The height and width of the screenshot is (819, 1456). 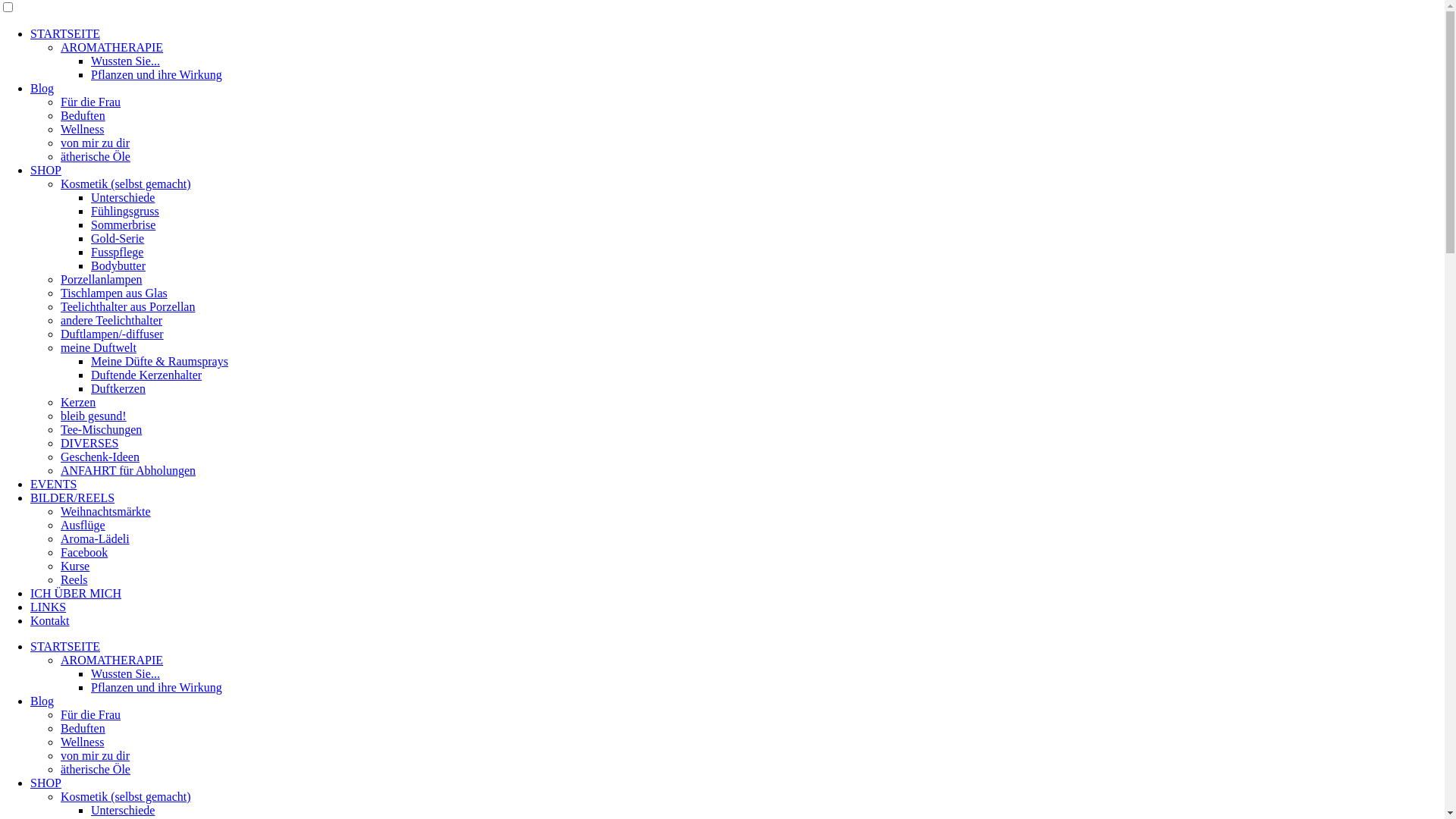 What do you see at coordinates (50, 620) in the screenshot?
I see `'Kontakt'` at bounding box center [50, 620].